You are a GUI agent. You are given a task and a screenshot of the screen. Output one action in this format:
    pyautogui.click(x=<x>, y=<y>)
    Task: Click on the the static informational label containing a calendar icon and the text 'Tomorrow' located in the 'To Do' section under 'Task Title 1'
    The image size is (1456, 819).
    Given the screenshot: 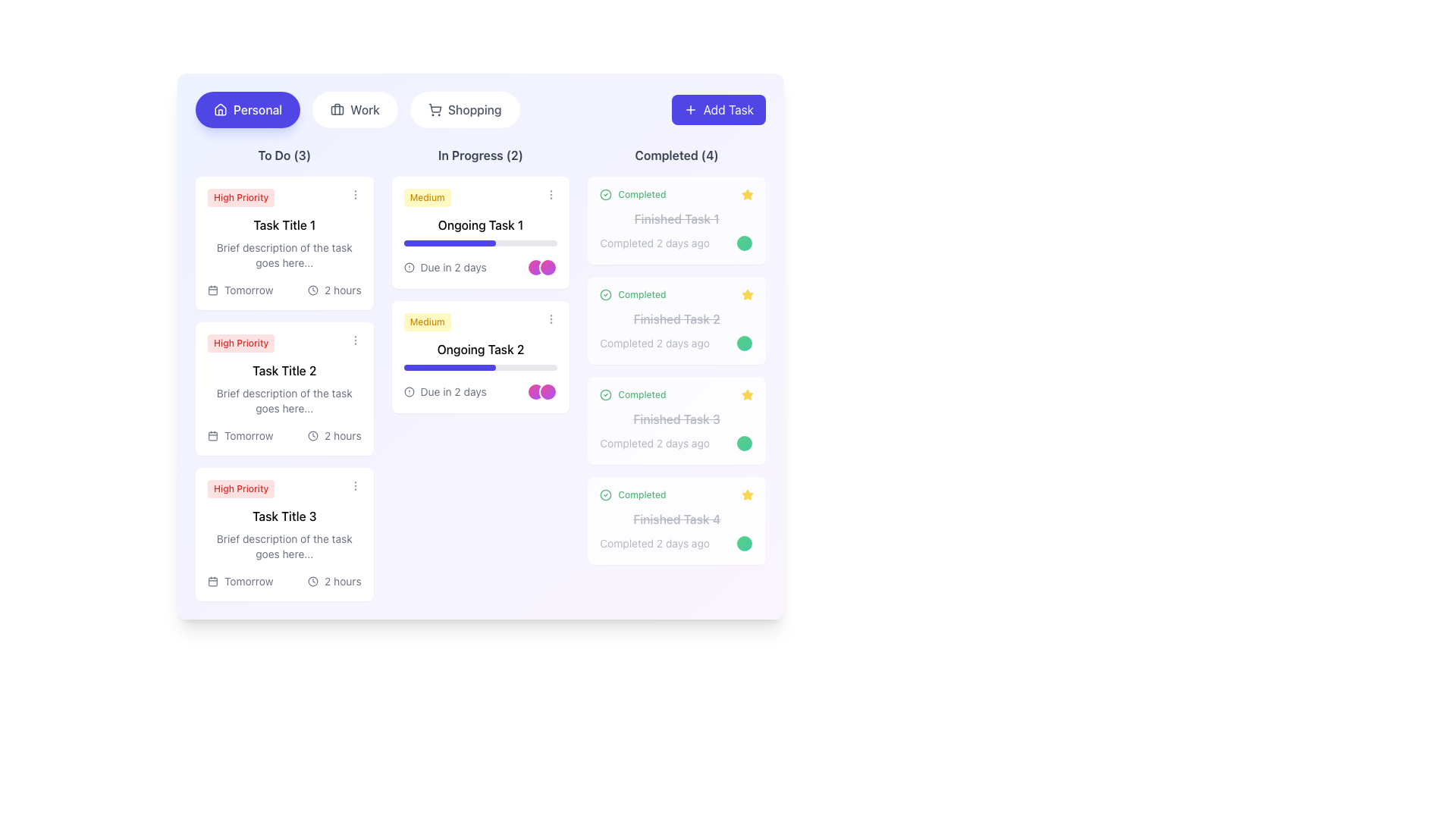 What is the action you would take?
    pyautogui.click(x=240, y=290)
    